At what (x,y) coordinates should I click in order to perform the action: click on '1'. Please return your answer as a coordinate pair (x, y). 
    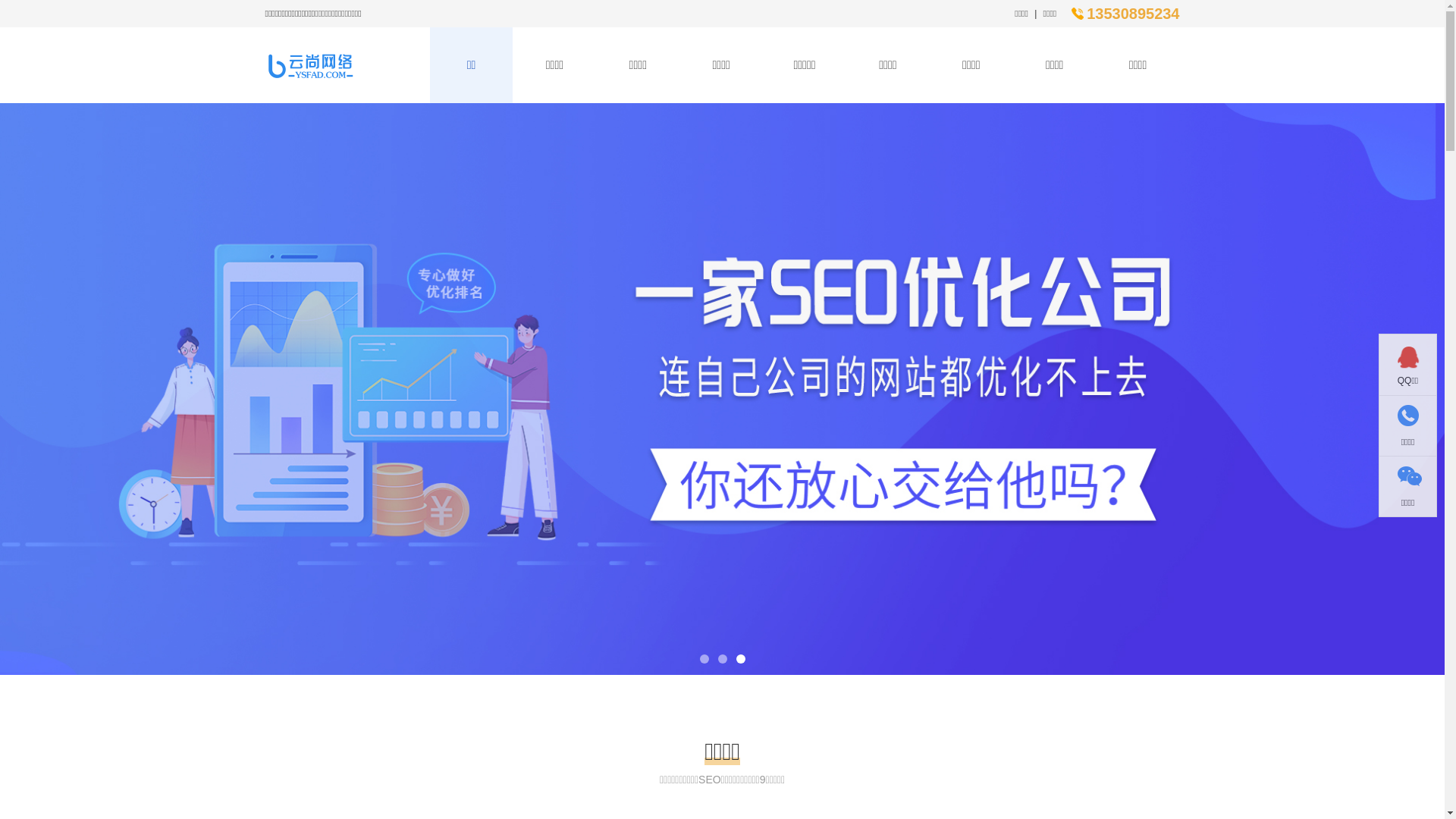
    Looking at the image, I should click on (702, 657).